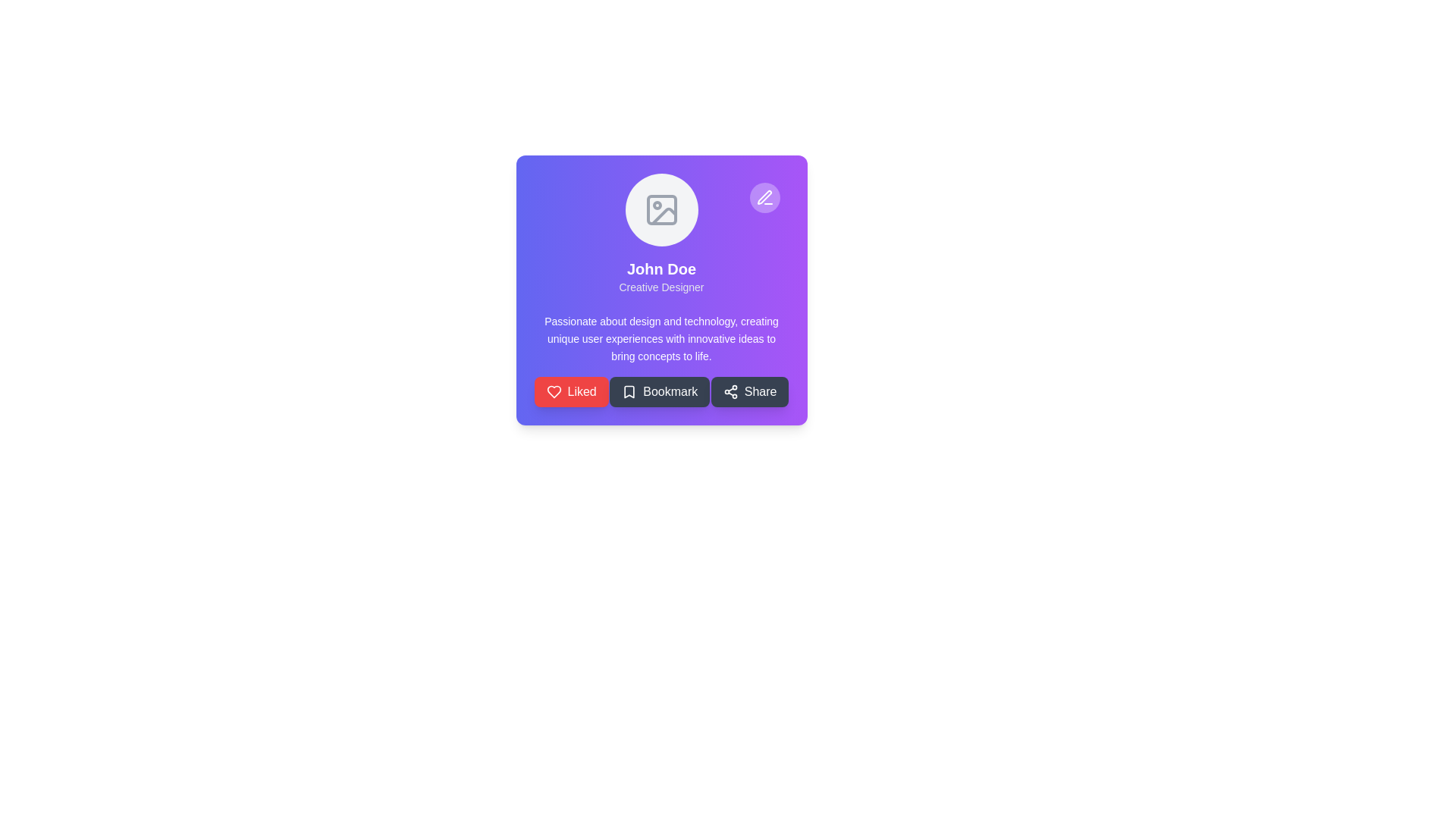  I want to click on the rounded rectangular button with a red background and a white heart icon labeled 'Liked', so click(570, 391).